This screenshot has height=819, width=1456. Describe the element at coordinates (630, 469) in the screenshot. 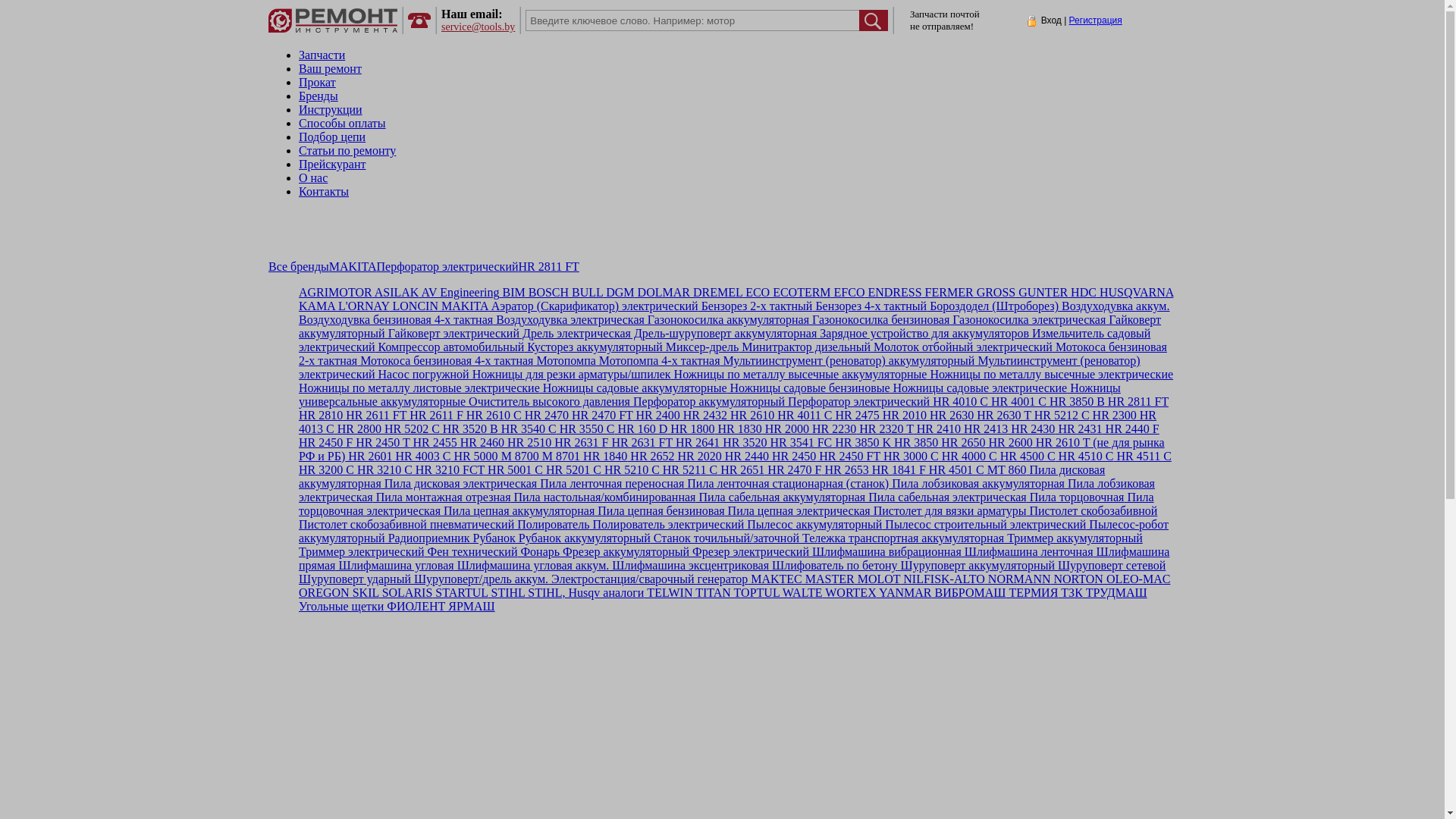

I see `'HR 5210 C'` at that location.